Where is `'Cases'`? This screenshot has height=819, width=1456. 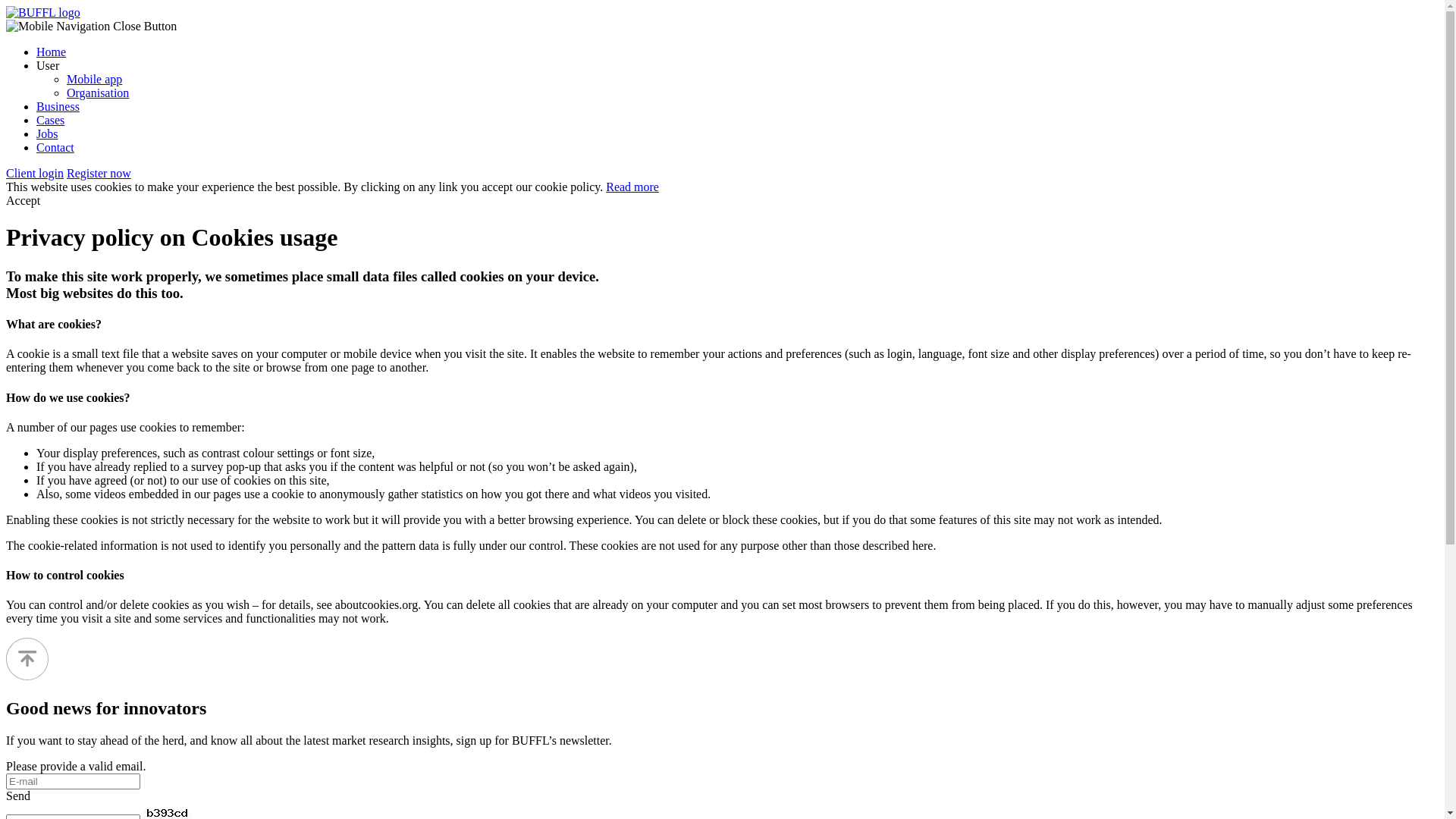 'Cases' is located at coordinates (50, 119).